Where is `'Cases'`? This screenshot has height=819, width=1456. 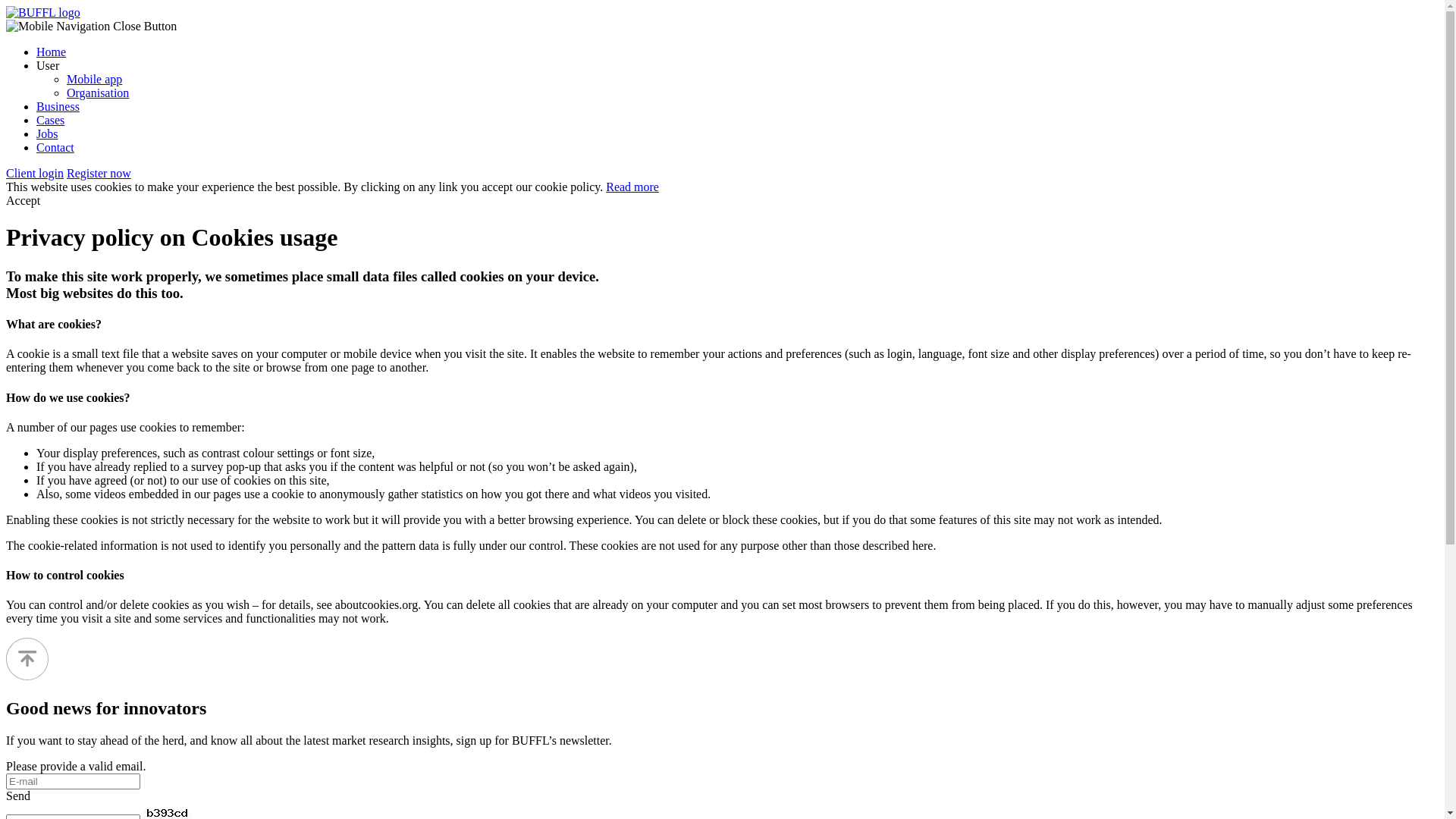 'Cases' is located at coordinates (50, 119).